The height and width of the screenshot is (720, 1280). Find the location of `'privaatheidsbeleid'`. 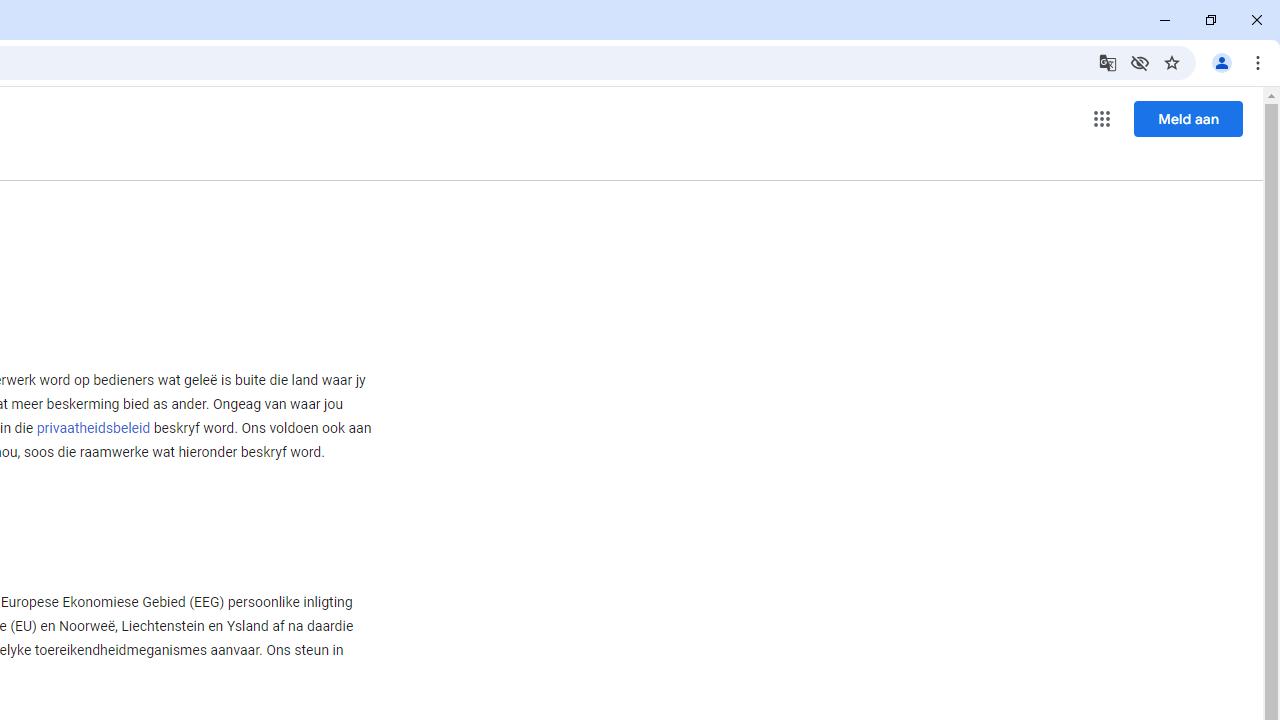

'privaatheidsbeleid' is located at coordinates (92, 427).